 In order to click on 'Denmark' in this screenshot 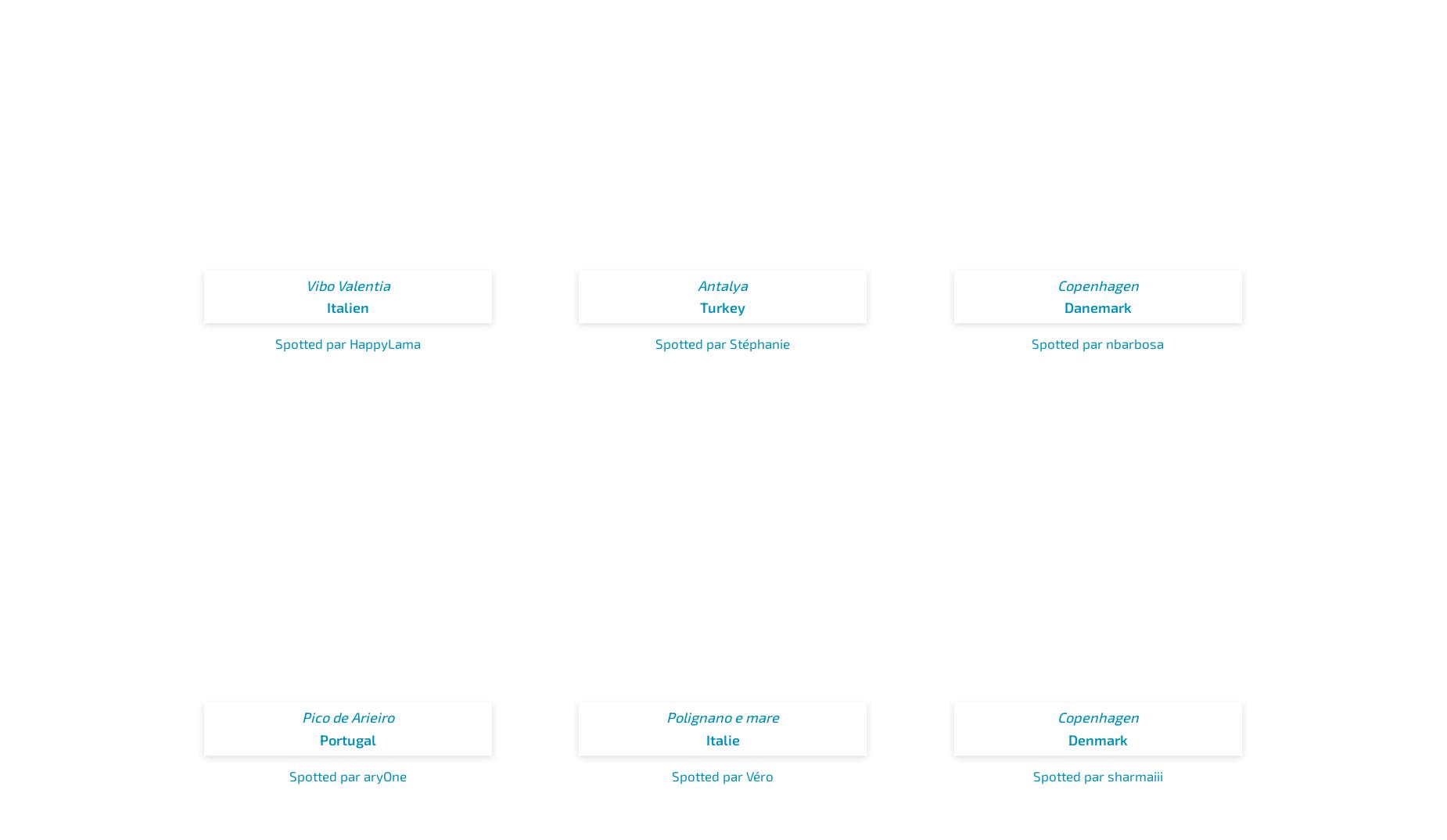, I will do `click(1097, 739)`.